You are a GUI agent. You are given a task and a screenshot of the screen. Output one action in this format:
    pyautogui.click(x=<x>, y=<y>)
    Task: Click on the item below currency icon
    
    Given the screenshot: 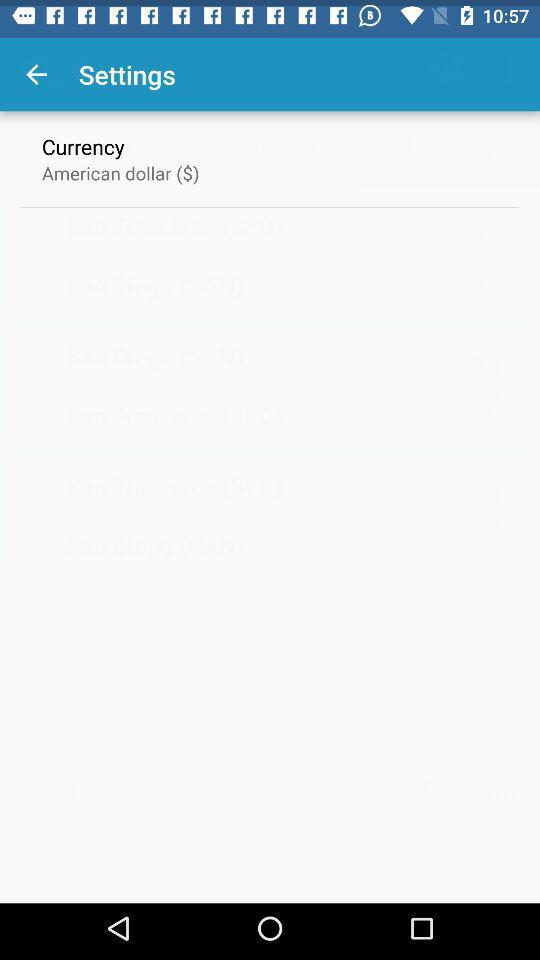 What is the action you would take?
    pyautogui.click(x=120, y=165)
    